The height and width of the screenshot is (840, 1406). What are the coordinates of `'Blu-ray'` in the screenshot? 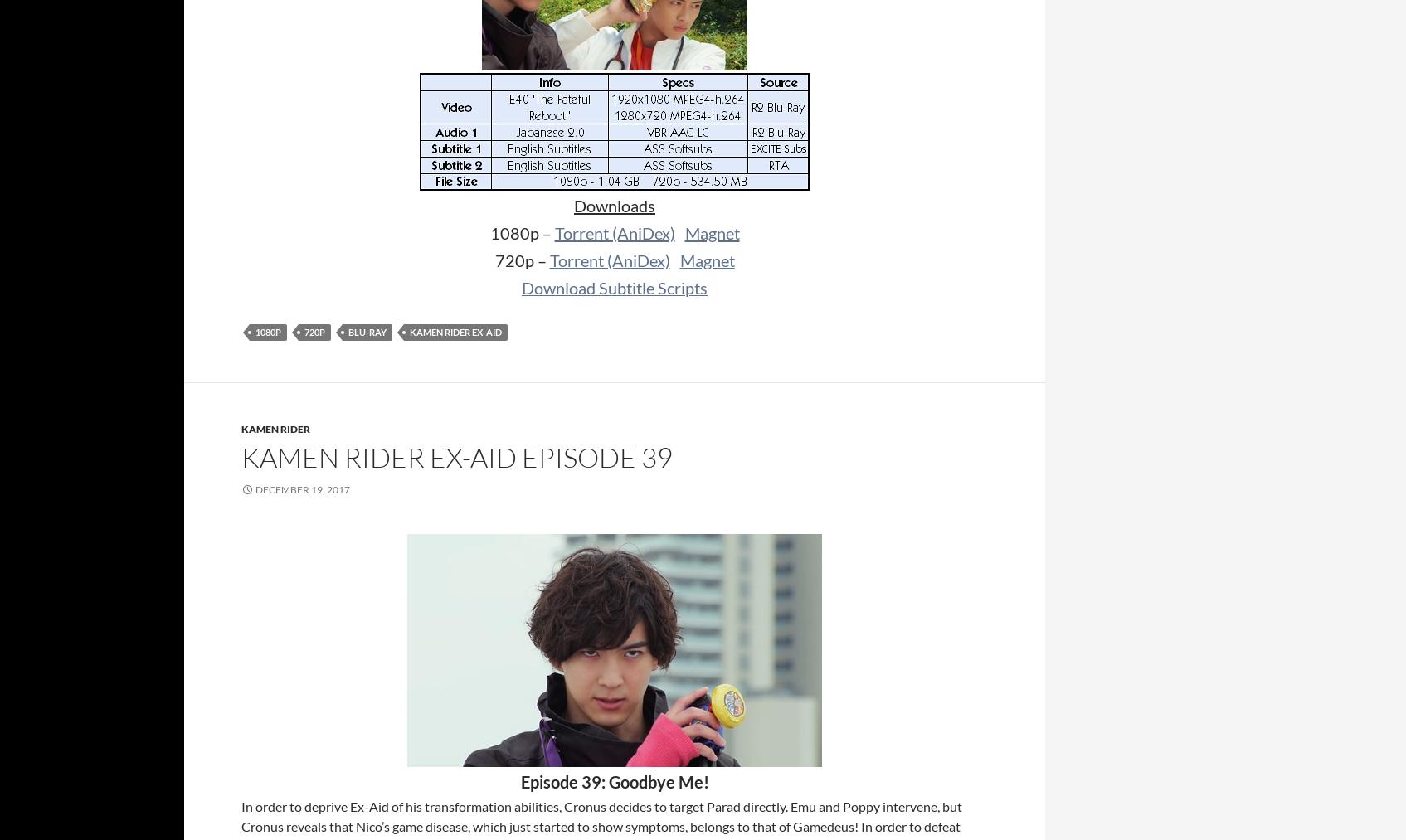 It's located at (348, 332).